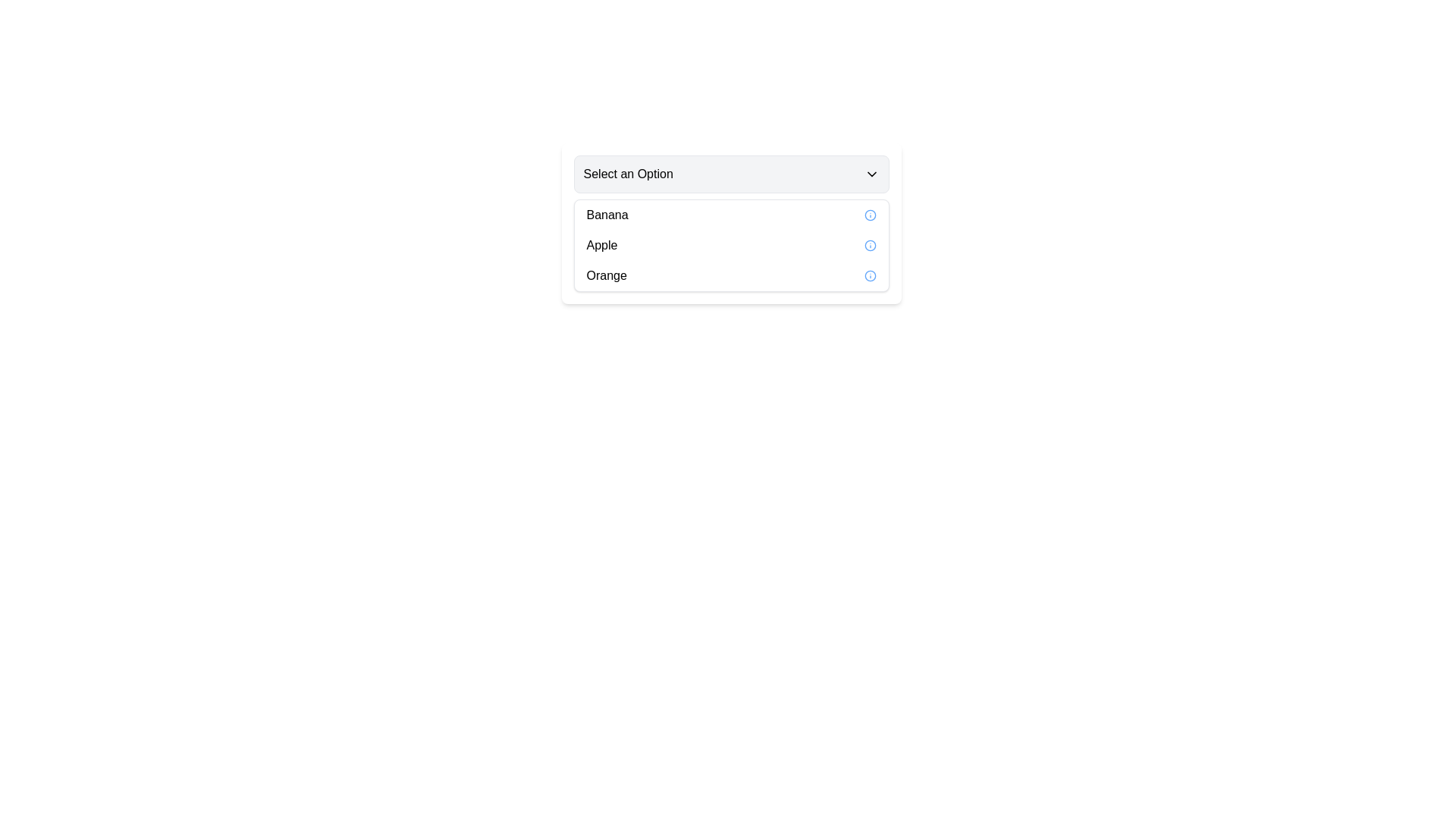 Image resolution: width=1456 pixels, height=819 pixels. Describe the element at coordinates (870, 245) in the screenshot. I see `the information/help icon located to the far right of the 'Apple' text entry in the dropdown menu` at that location.